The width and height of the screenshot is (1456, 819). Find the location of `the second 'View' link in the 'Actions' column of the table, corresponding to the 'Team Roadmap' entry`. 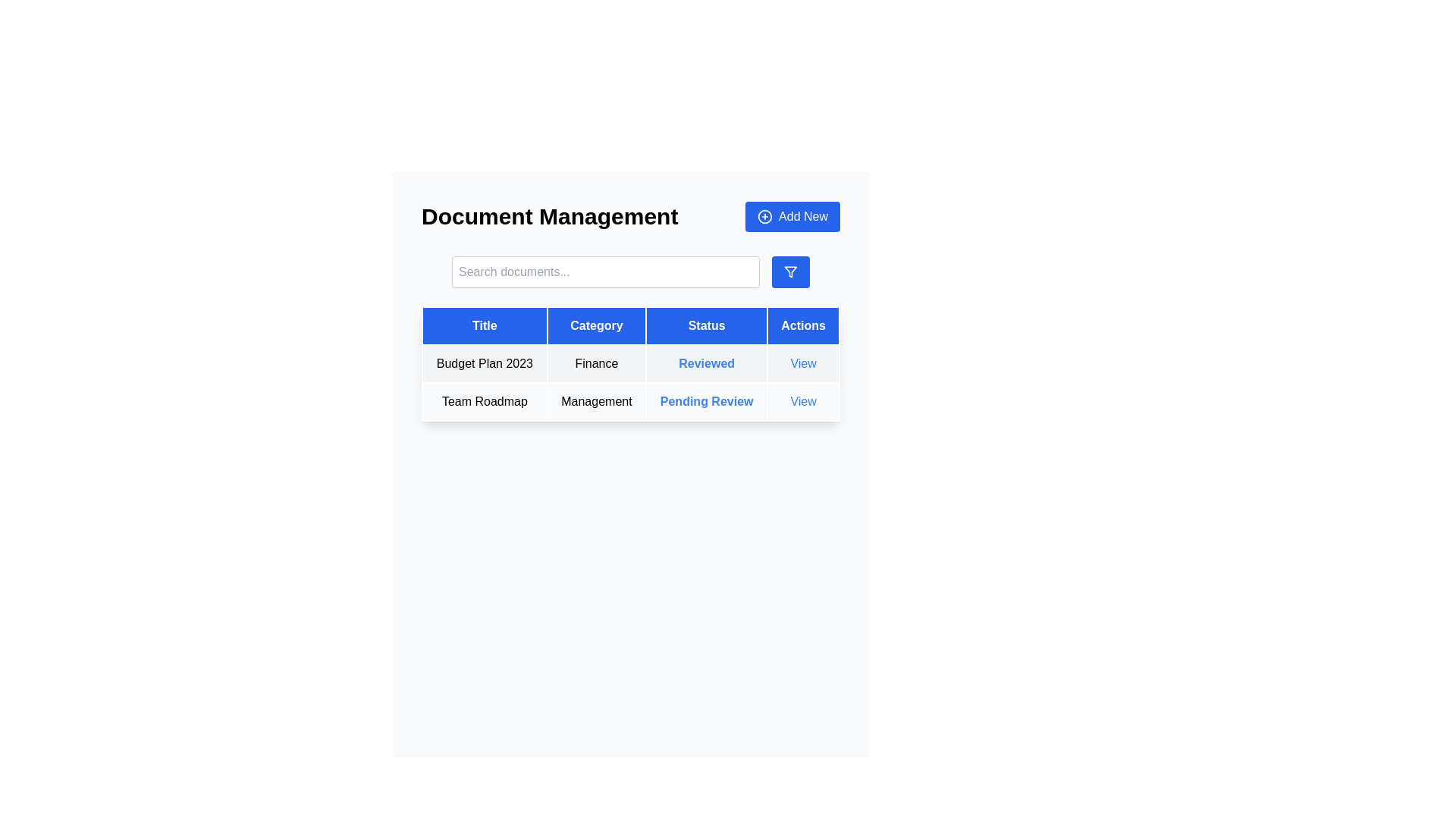

the second 'View' link in the 'Actions' column of the table, corresponding to the 'Team Roadmap' entry is located at coordinates (802, 400).